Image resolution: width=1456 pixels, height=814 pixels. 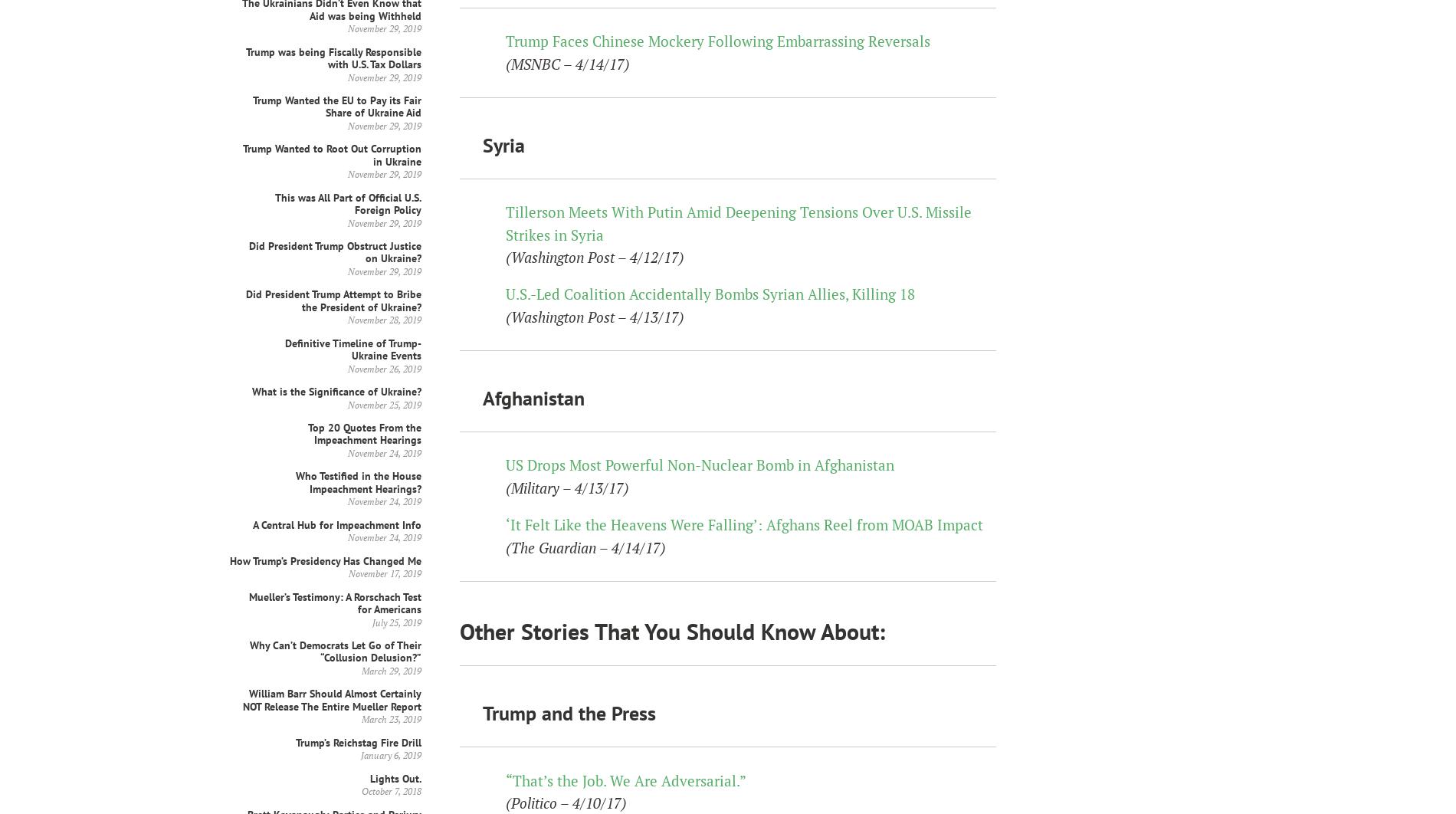 I want to click on 'Did President Trump Obstruct Justice on Ukraine?', so click(x=334, y=251).